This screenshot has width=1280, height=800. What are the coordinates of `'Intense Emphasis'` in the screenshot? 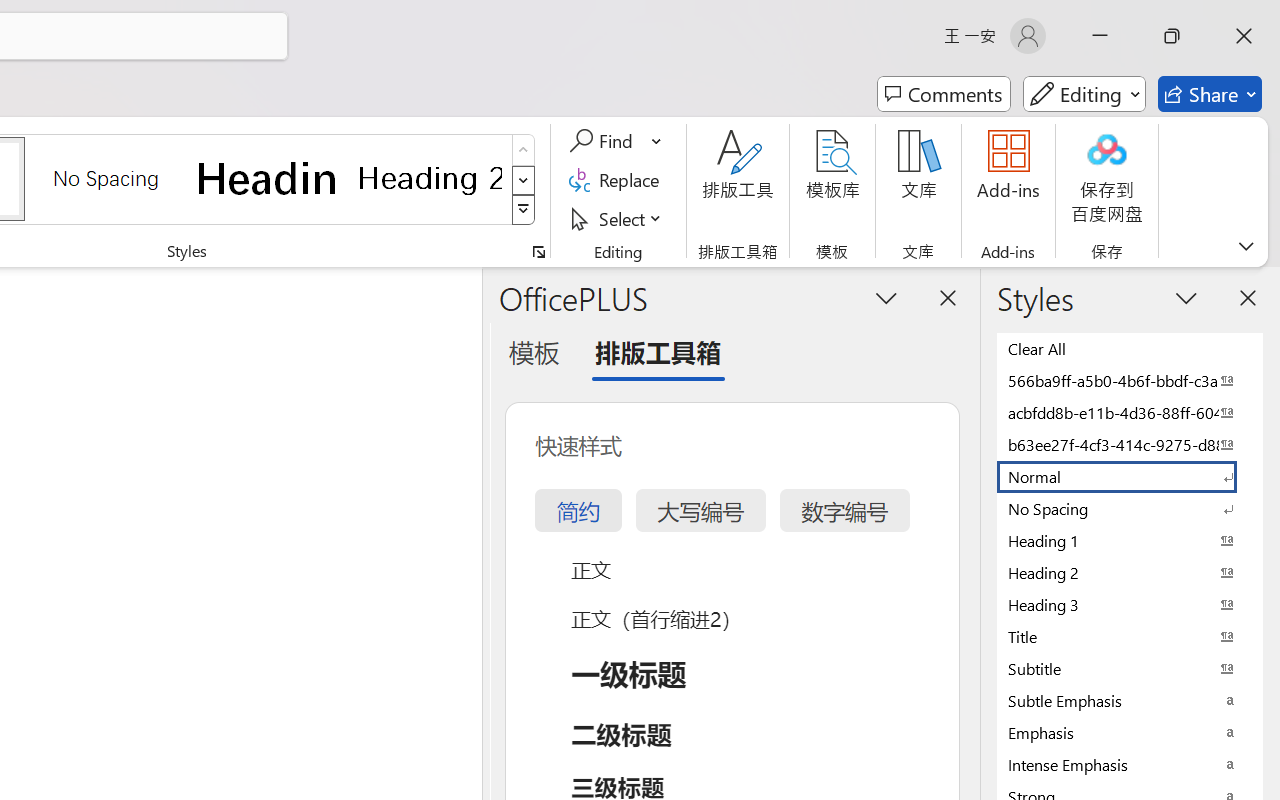 It's located at (1130, 764).